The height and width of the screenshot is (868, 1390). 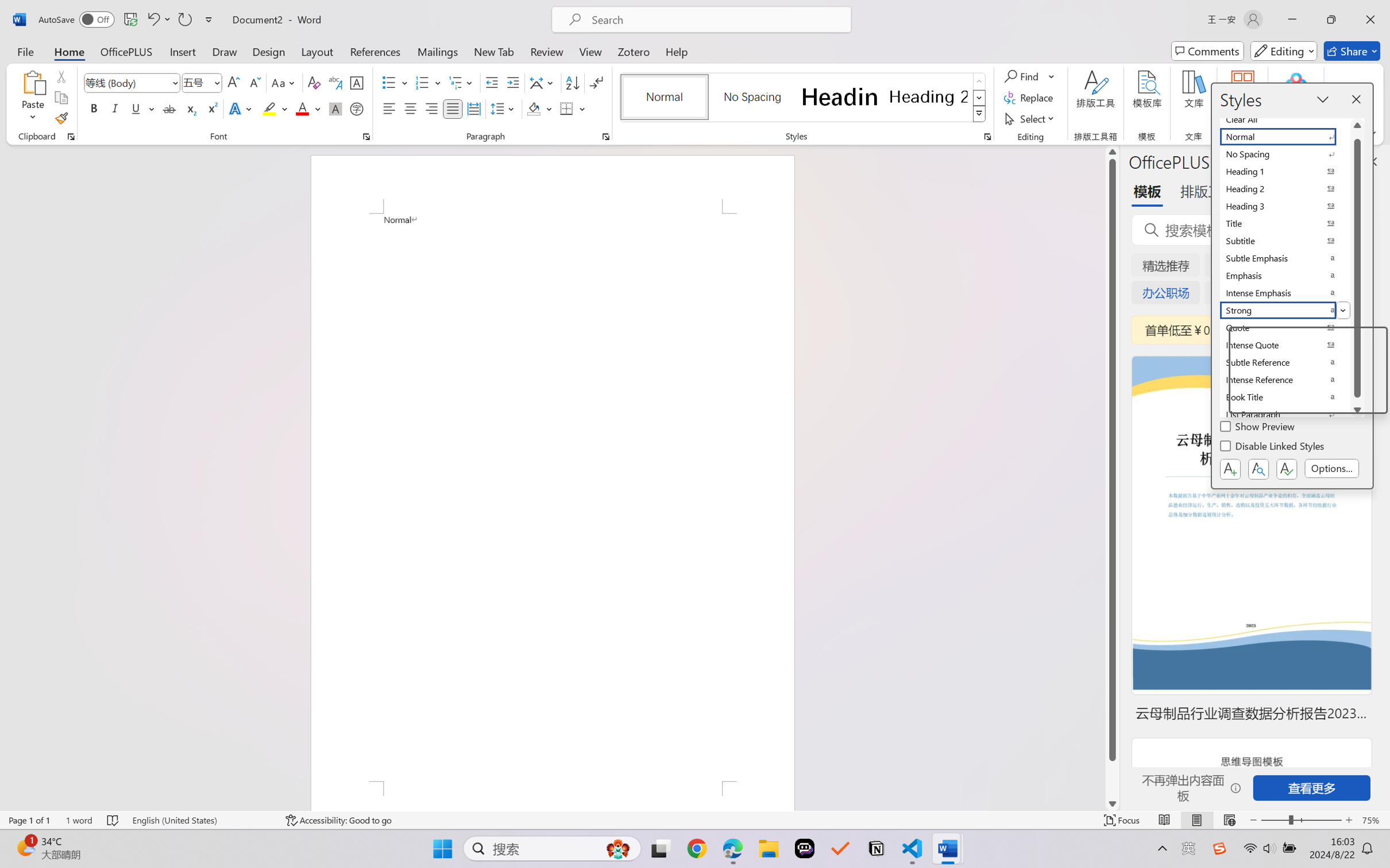 What do you see at coordinates (428, 83) in the screenshot?
I see `'Numbering'` at bounding box center [428, 83].